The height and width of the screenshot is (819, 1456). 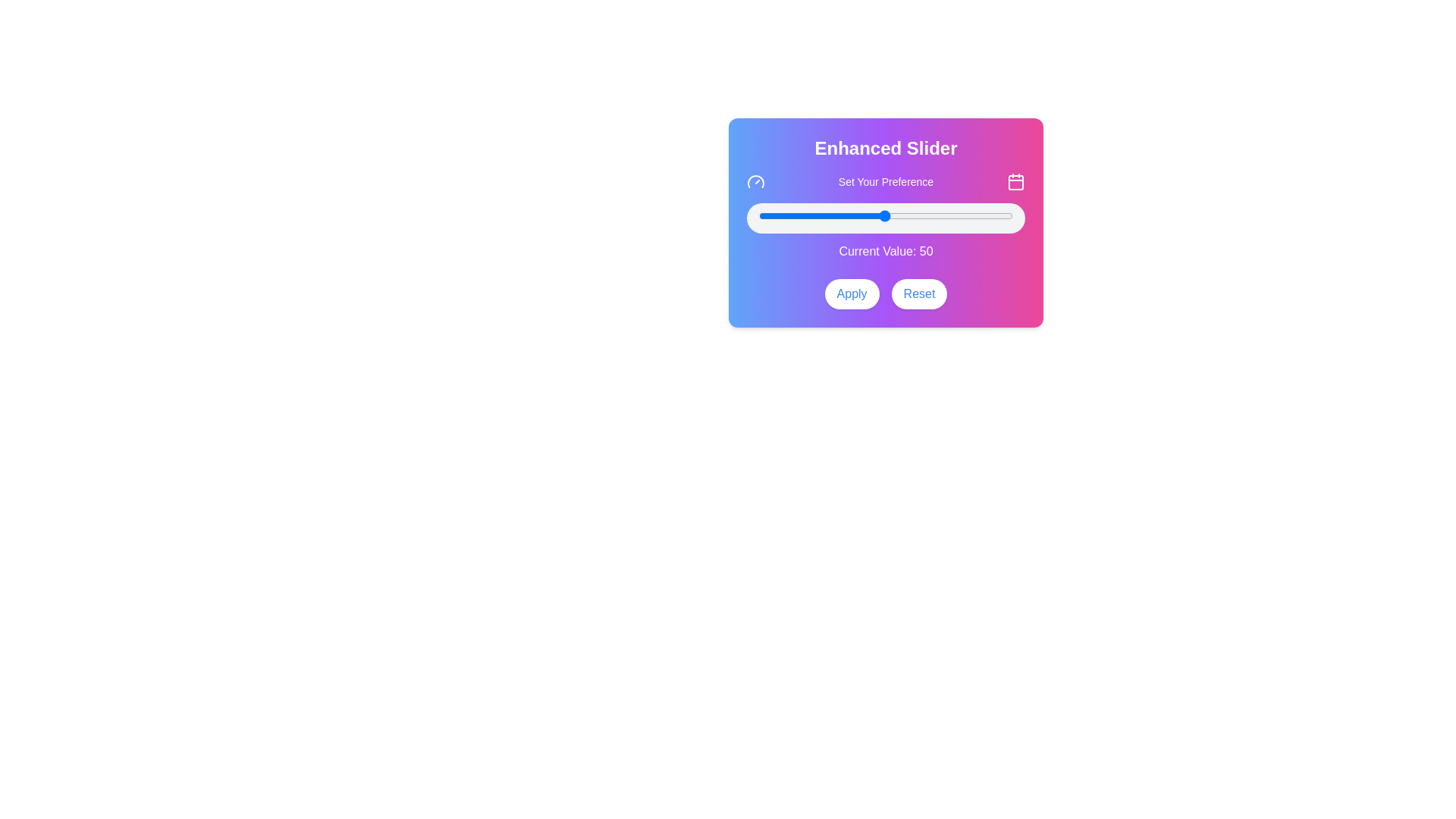 What do you see at coordinates (924, 216) in the screenshot?
I see `the slider value` at bounding box center [924, 216].